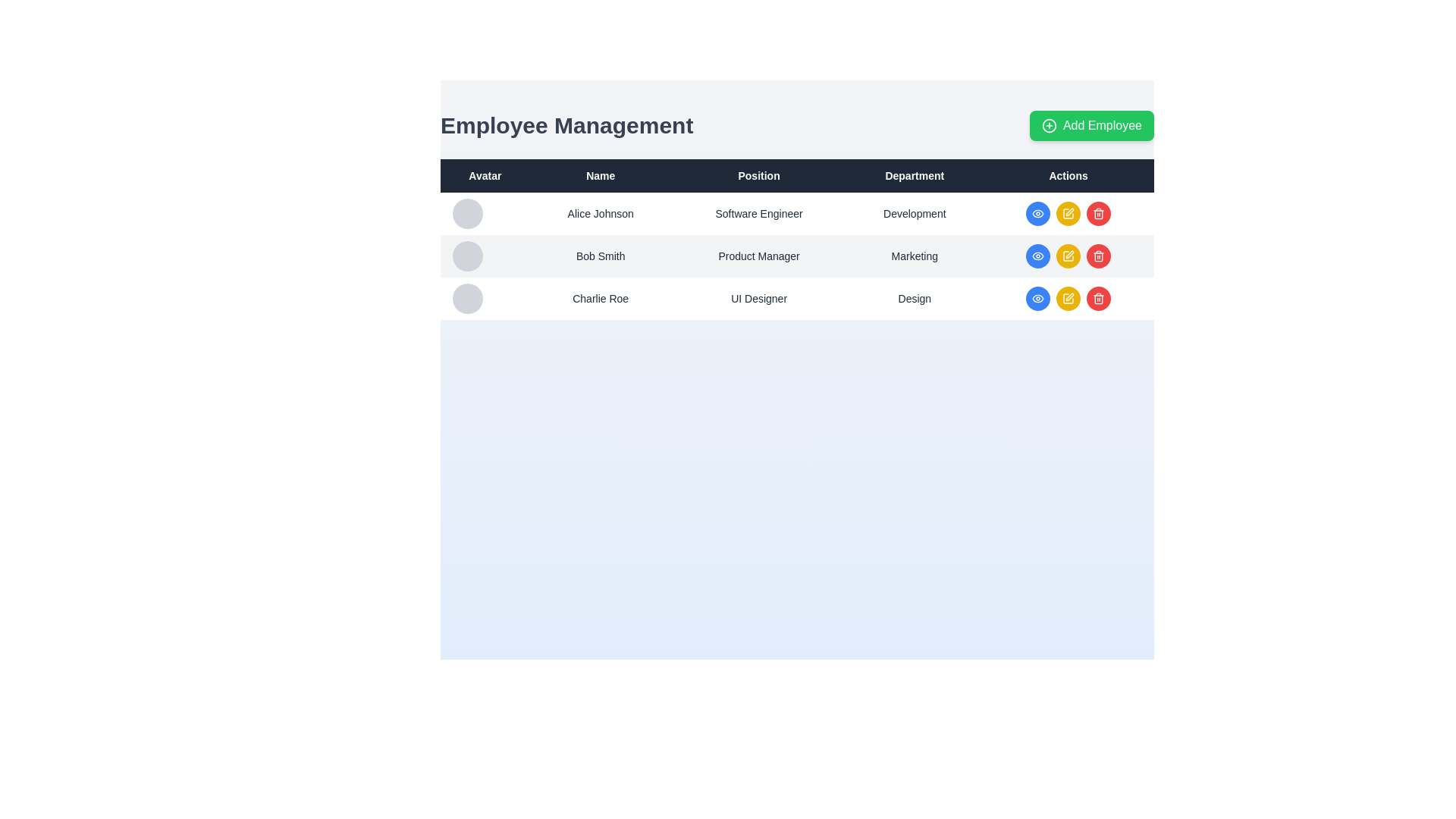 The height and width of the screenshot is (819, 1456). Describe the element at coordinates (1069, 253) in the screenshot. I see `the 'Edit' icon button located in the 'Actions' column of the second row for 'Bob Smith, Product Manager'` at that location.